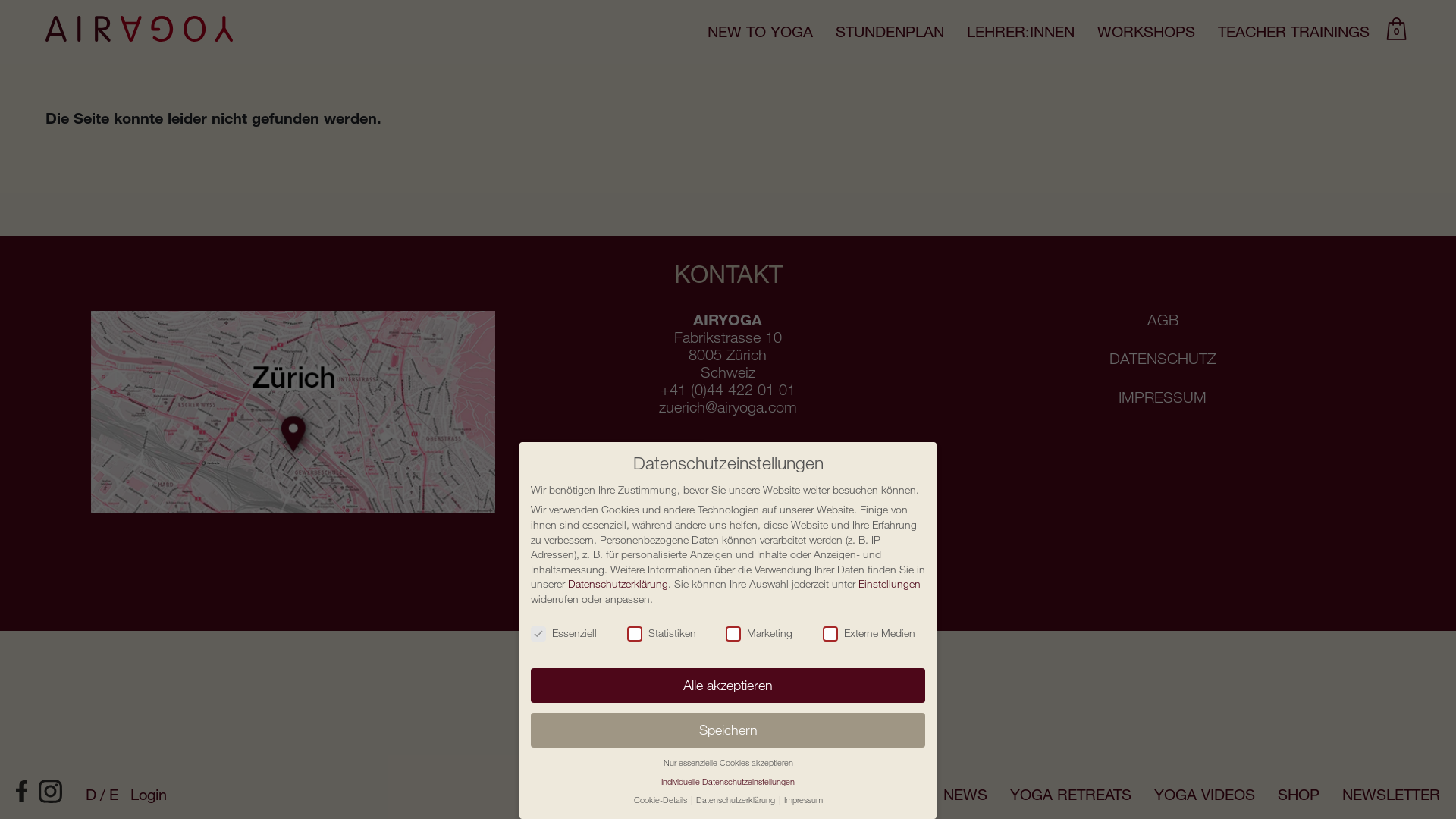 This screenshot has height=819, width=1456. Describe the element at coordinates (760, 31) in the screenshot. I see `'NEW TO YOGA'` at that location.